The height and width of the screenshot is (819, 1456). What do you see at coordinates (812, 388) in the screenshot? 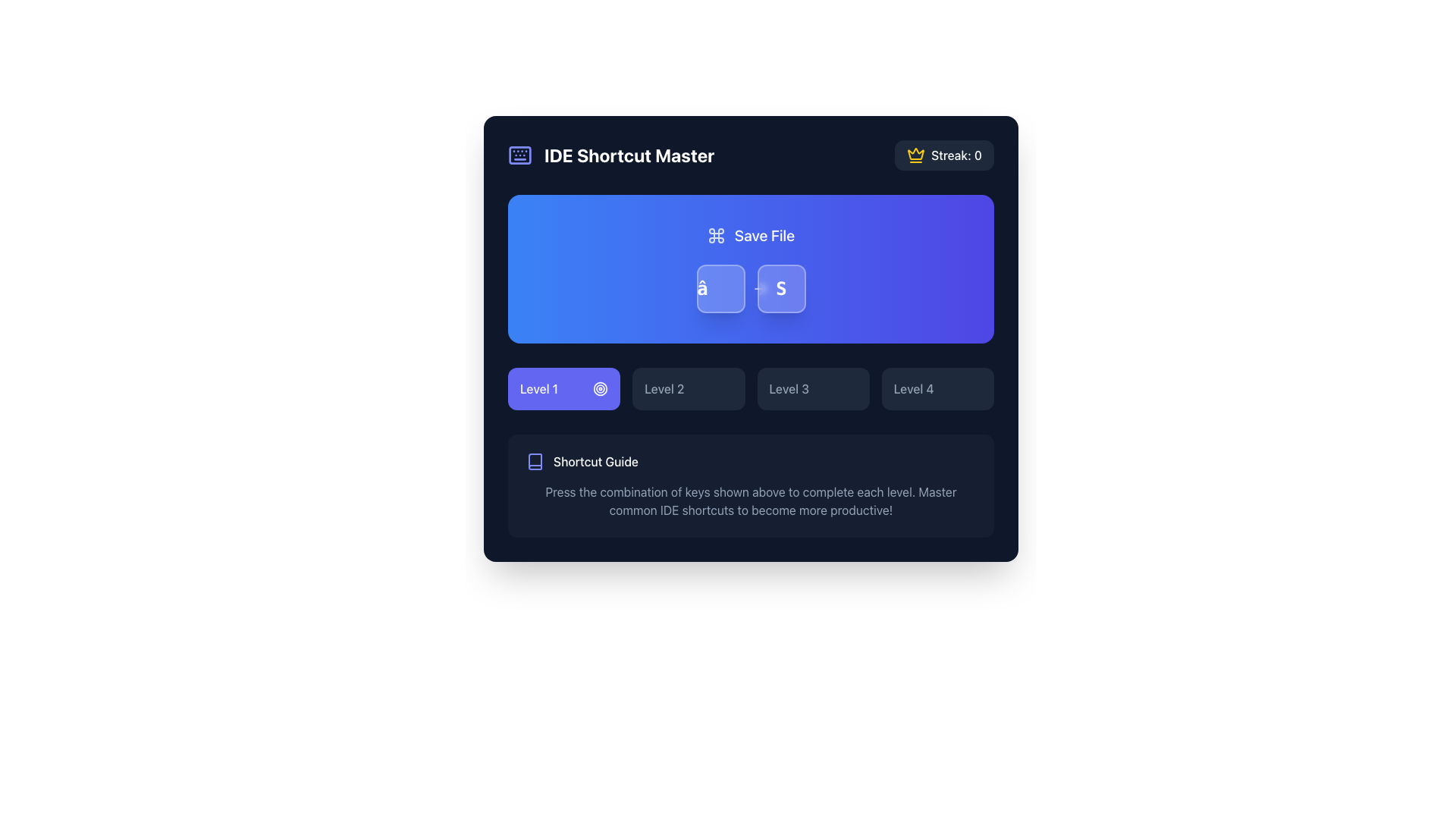
I see `keyboard navigation` at bounding box center [812, 388].